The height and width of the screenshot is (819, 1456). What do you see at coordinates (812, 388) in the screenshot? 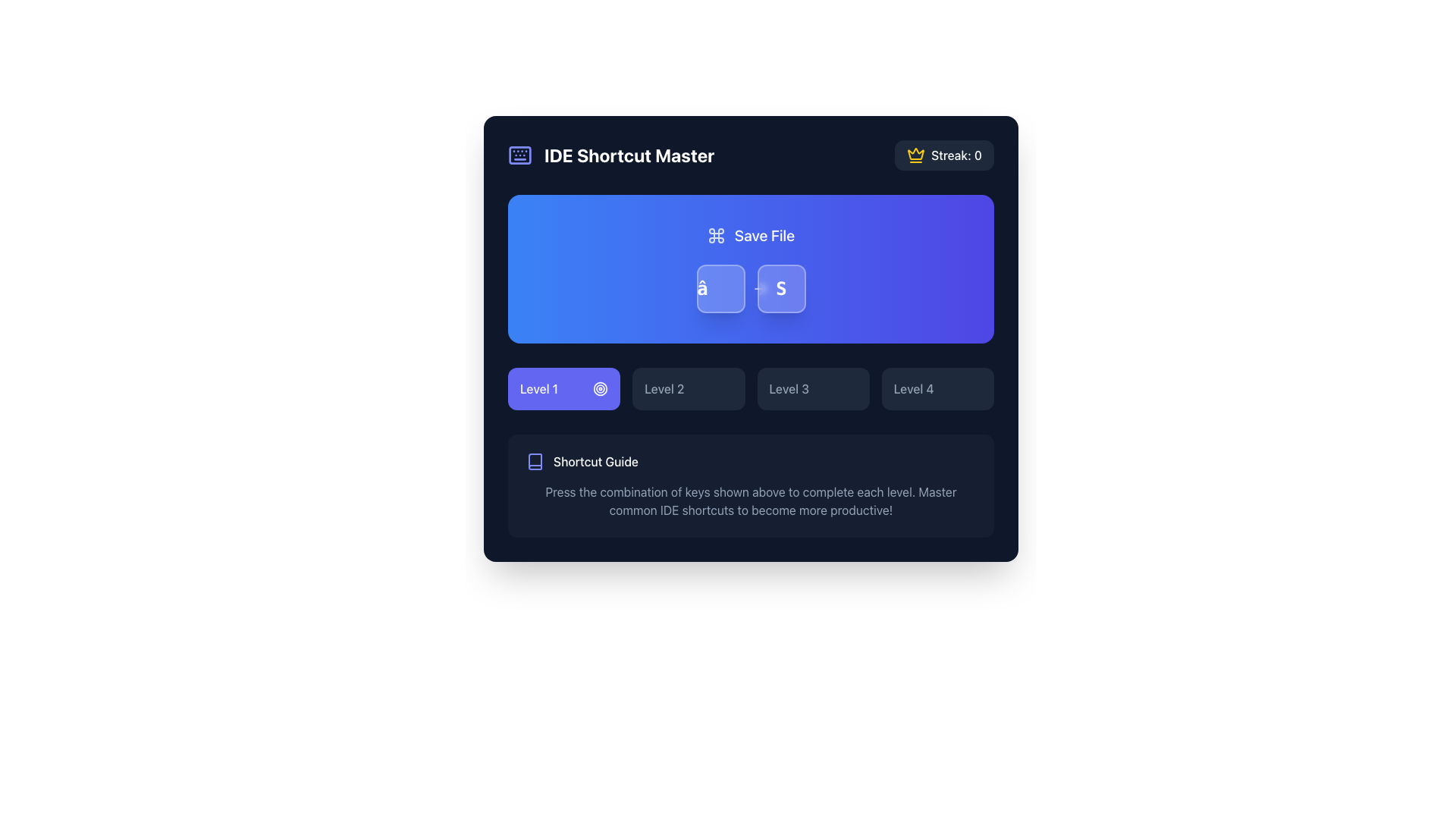
I see `keyboard navigation` at bounding box center [812, 388].